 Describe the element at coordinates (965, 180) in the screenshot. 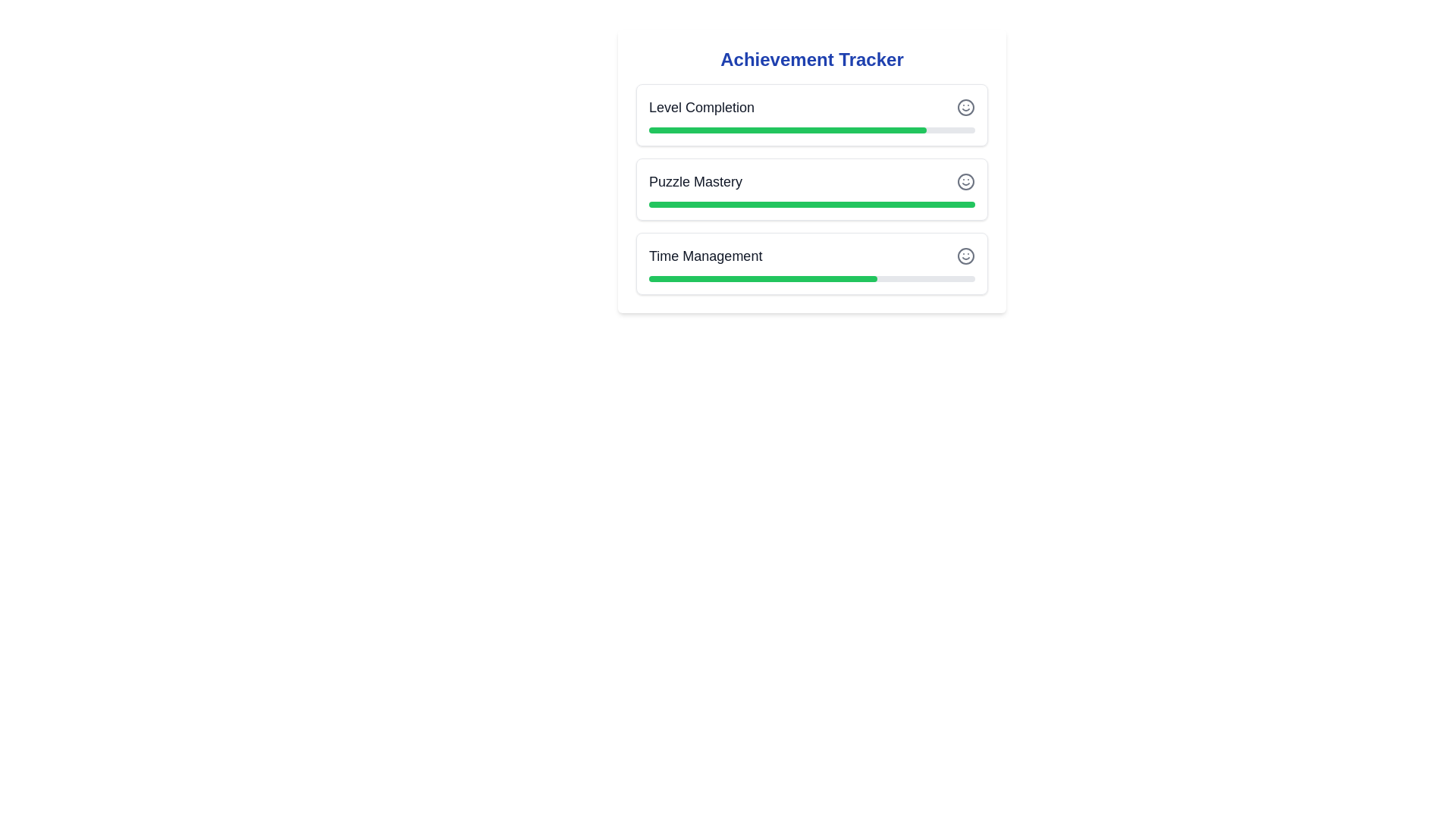

I see `the circular graphic element representing the smiley face icon located at the bottom-right corner of the 'Puzzle Mastery' area` at that location.